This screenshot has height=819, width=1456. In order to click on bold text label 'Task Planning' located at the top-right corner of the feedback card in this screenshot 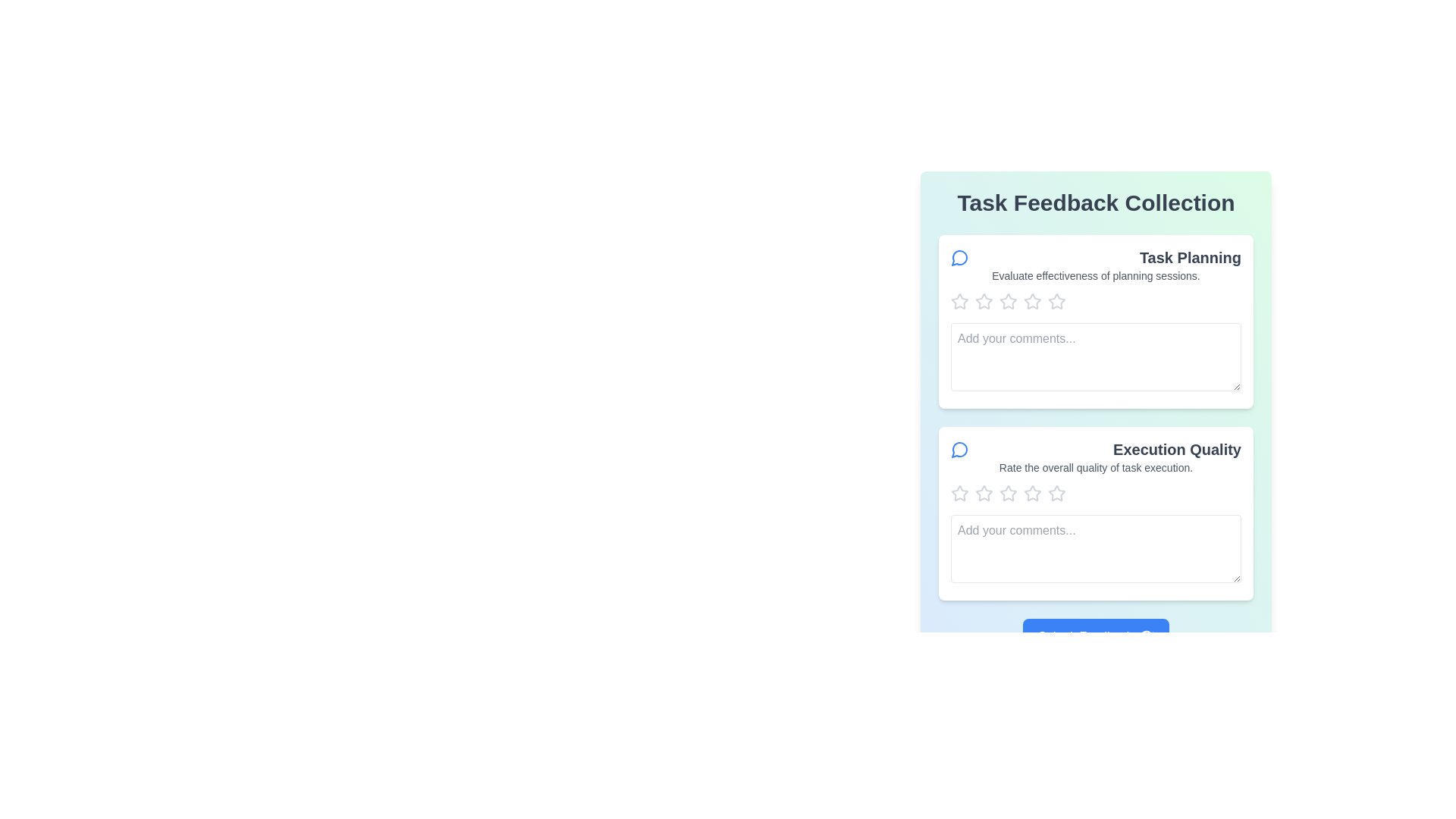, I will do `click(1189, 256)`.